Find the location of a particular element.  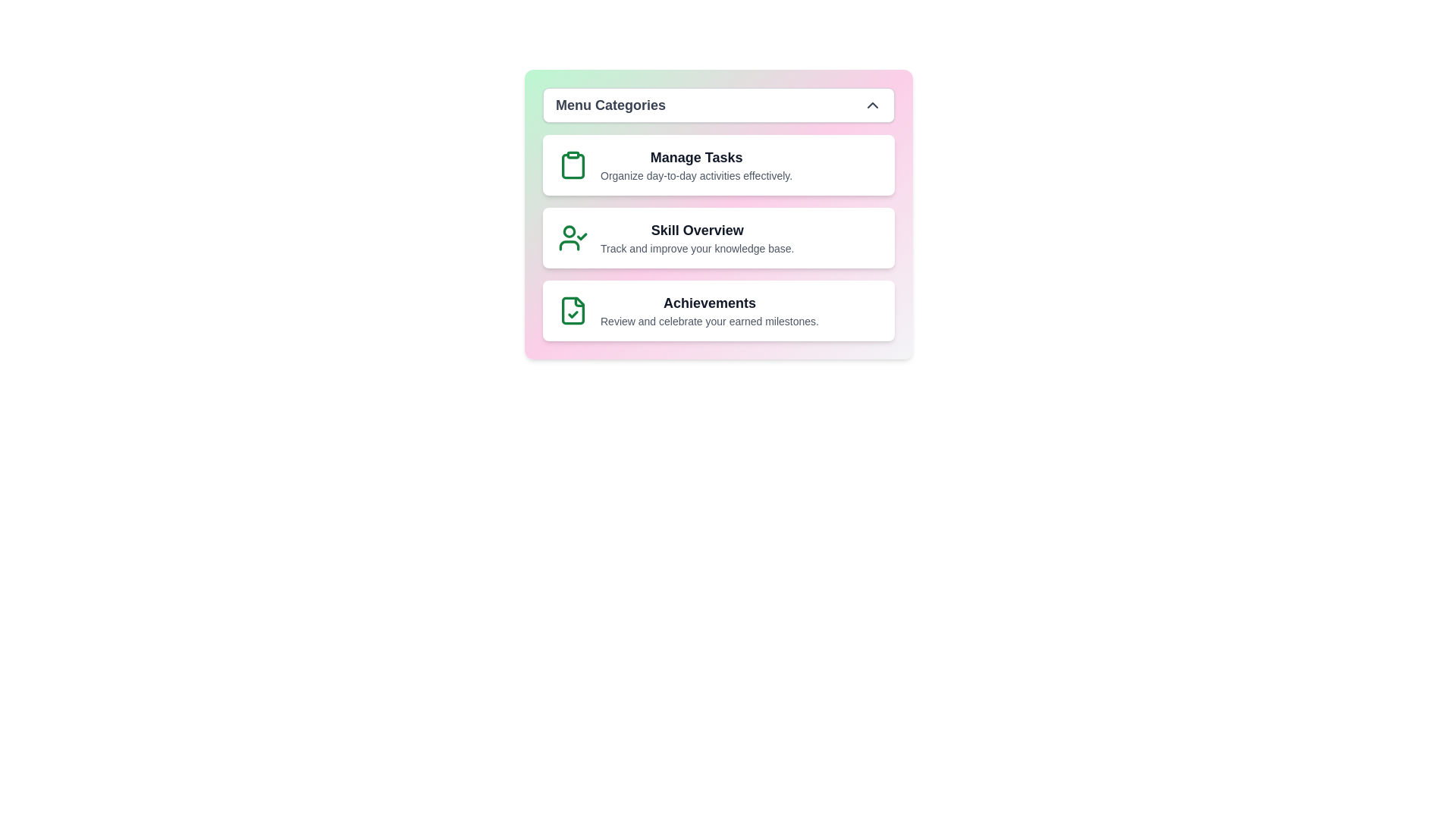

the category card for Manage Tasks is located at coordinates (718, 165).